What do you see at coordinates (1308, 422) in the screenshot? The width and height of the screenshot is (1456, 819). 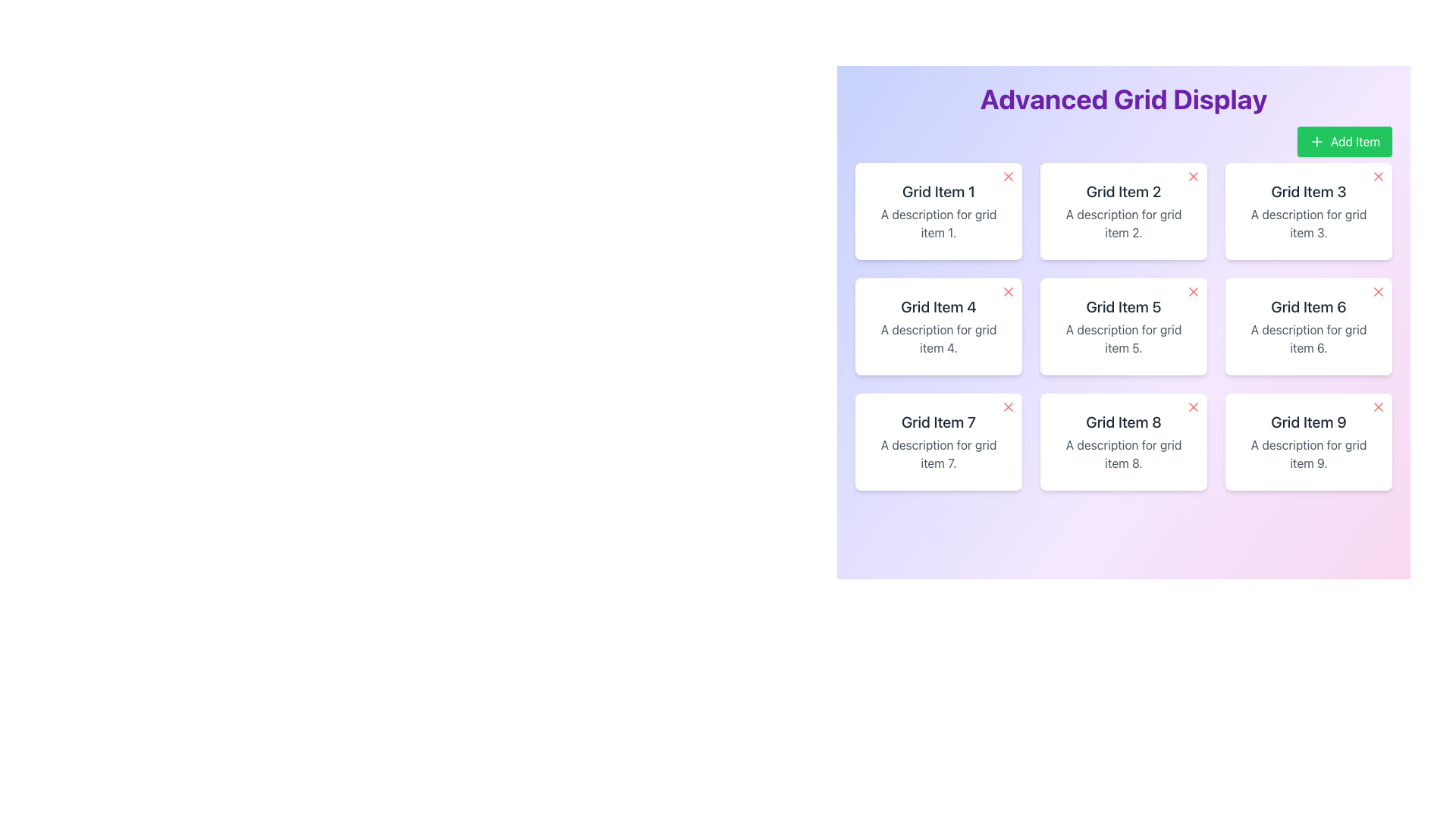 I see `context of the text label that serves as the title for the bottom-right card in a 3x3 grid layout` at bounding box center [1308, 422].